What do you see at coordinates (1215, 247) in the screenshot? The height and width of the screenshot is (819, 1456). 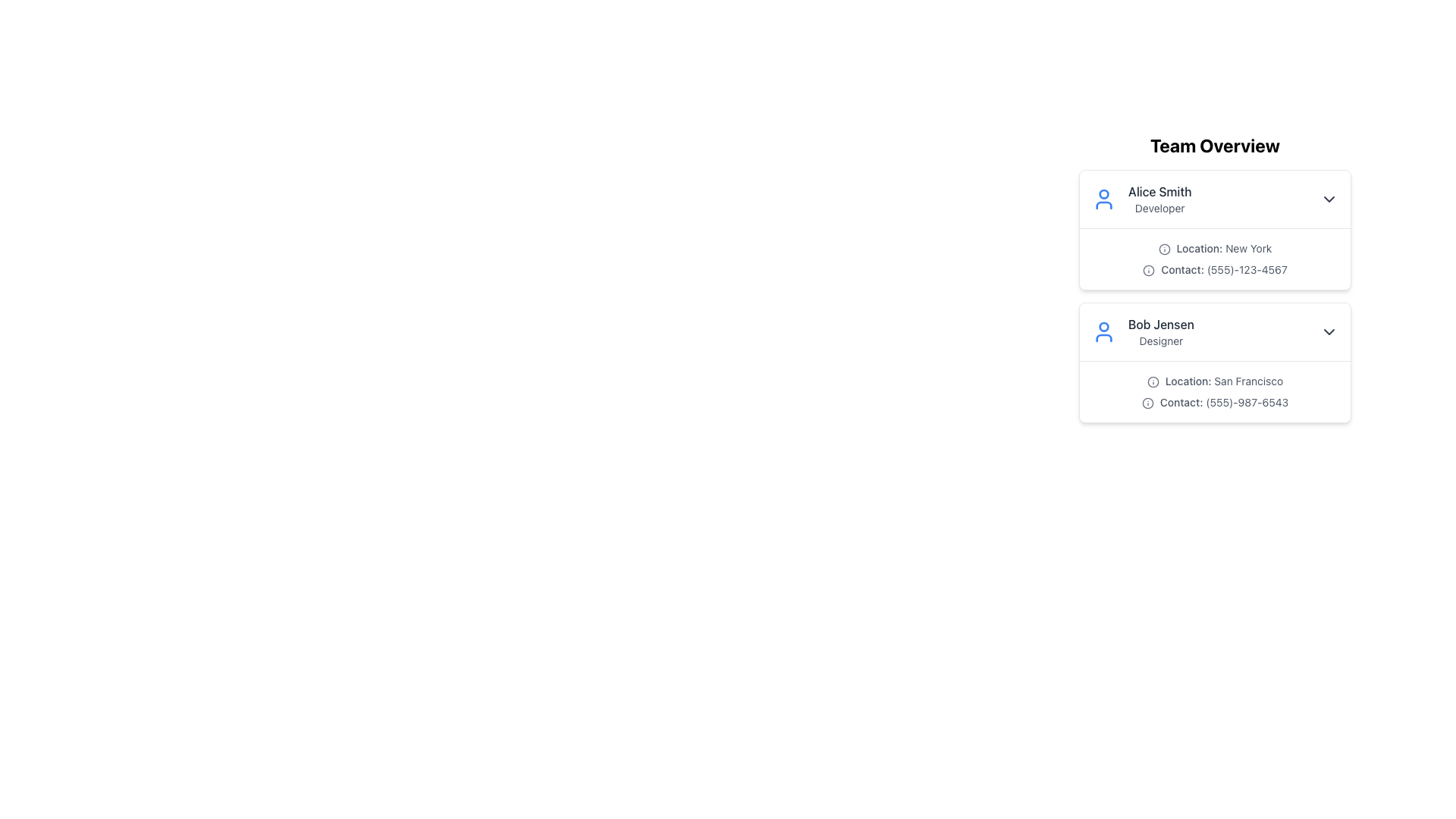 I see `the Text Display element that shows the location of Alice Smith, positioned below the header 'Alice Smith Developer'` at bounding box center [1215, 247].